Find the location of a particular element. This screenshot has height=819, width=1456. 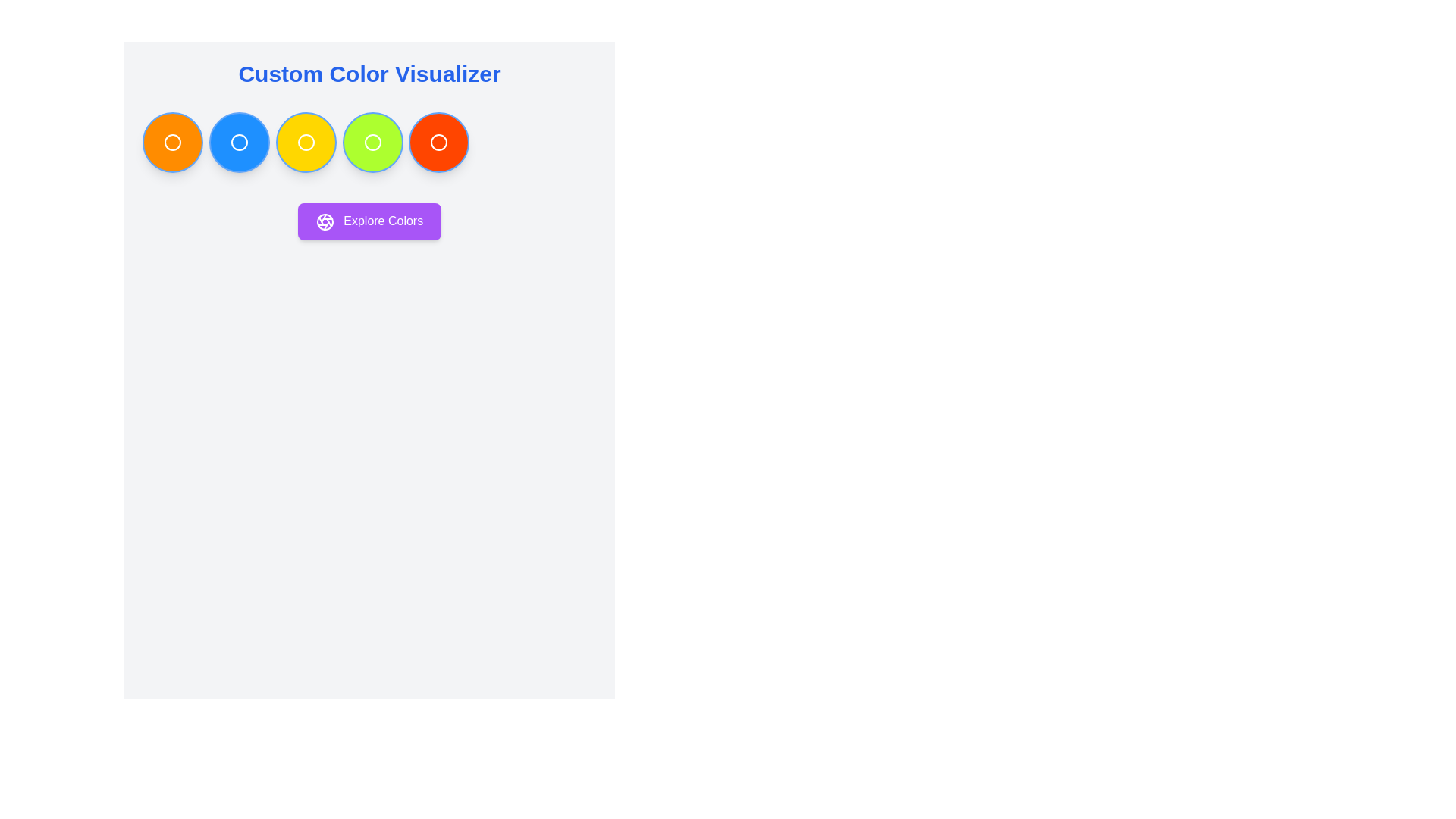

the circular outline icon located within the fifth button from the left is located at coordinates (438, 143).